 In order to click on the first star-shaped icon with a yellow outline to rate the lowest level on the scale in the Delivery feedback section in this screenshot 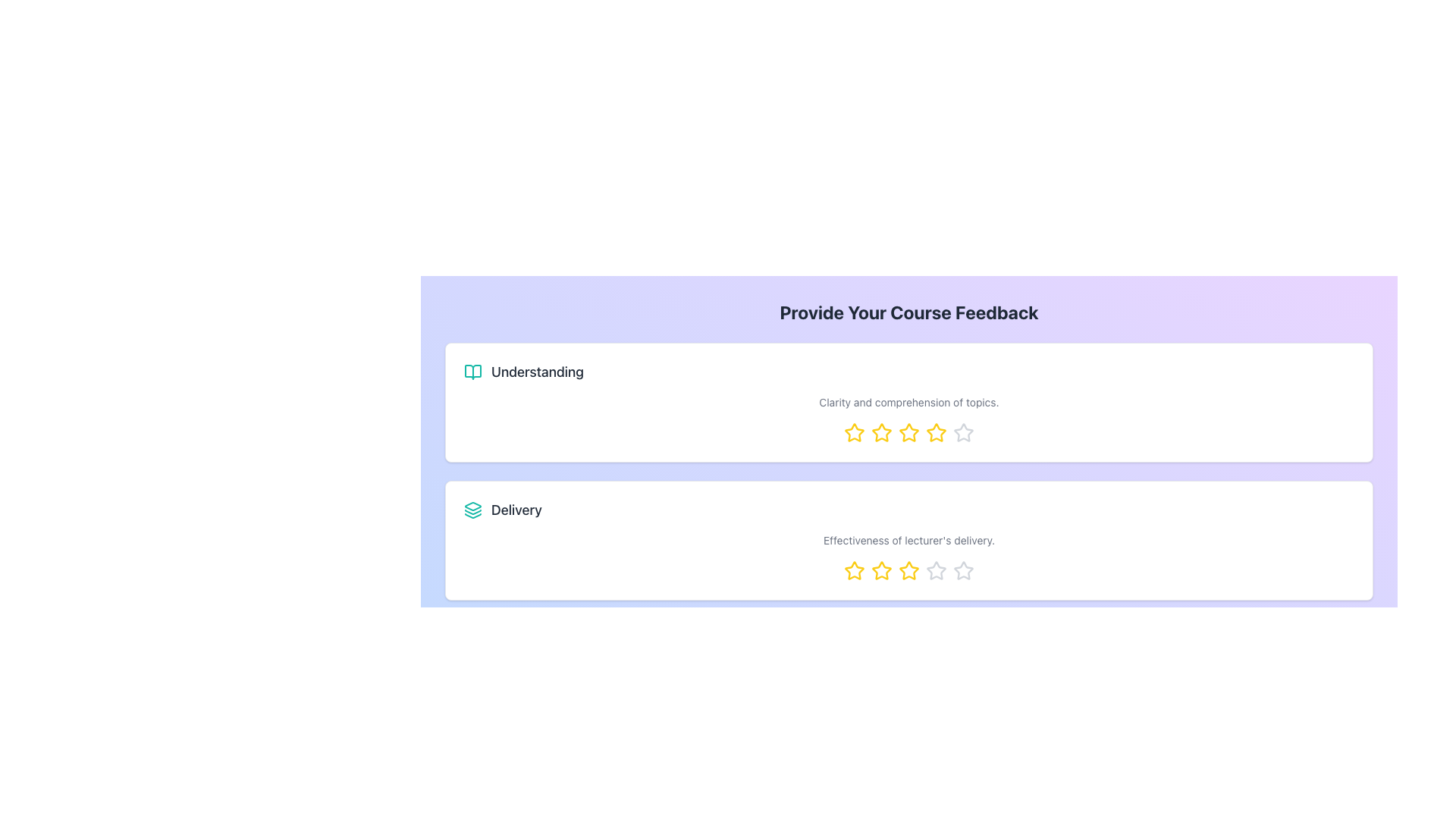, I will do `click(855, 570)`.